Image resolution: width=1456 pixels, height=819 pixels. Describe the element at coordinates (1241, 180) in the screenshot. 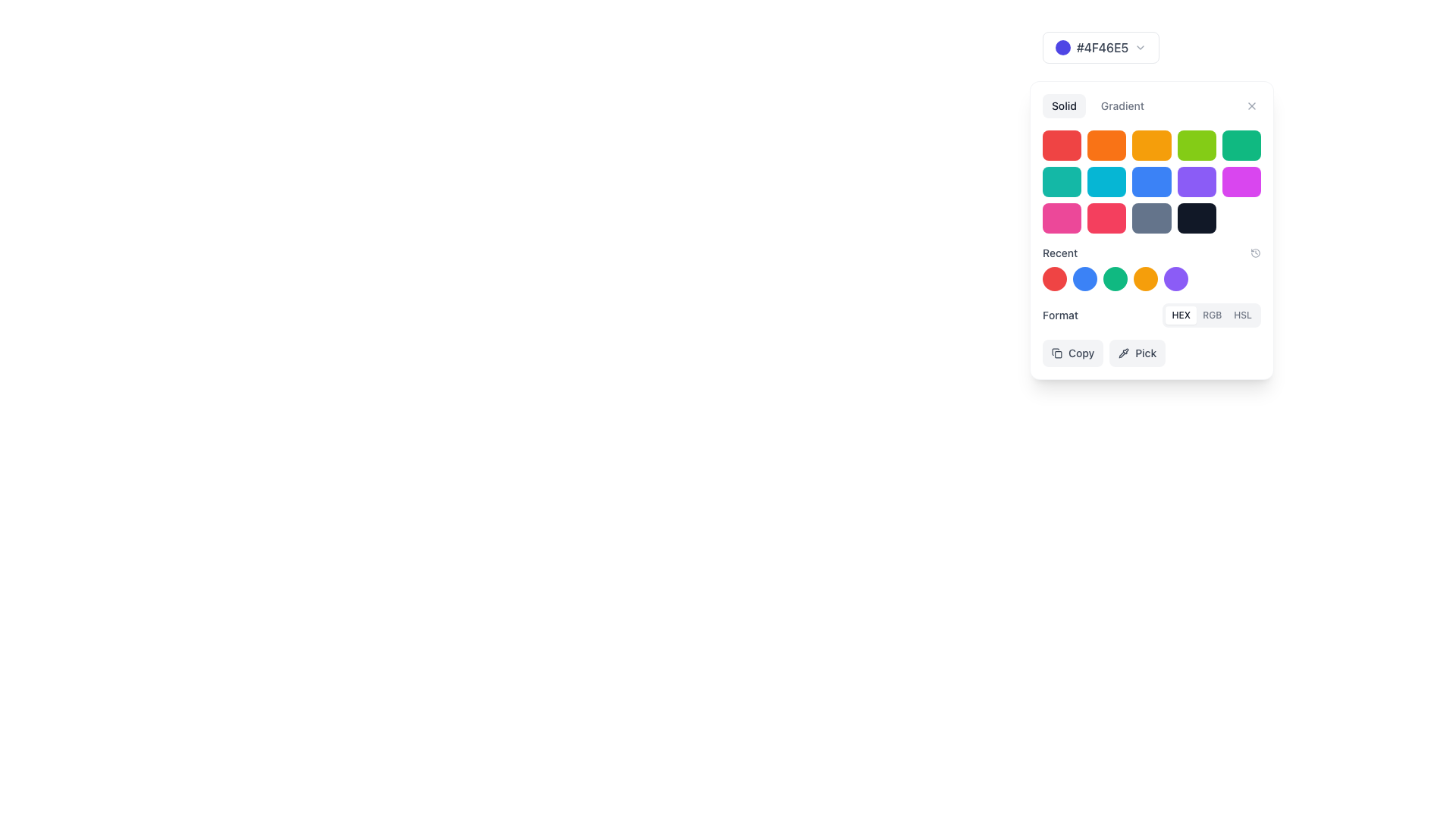

I see `the fifth color swatch in the second row of the color selection grid` at that location.